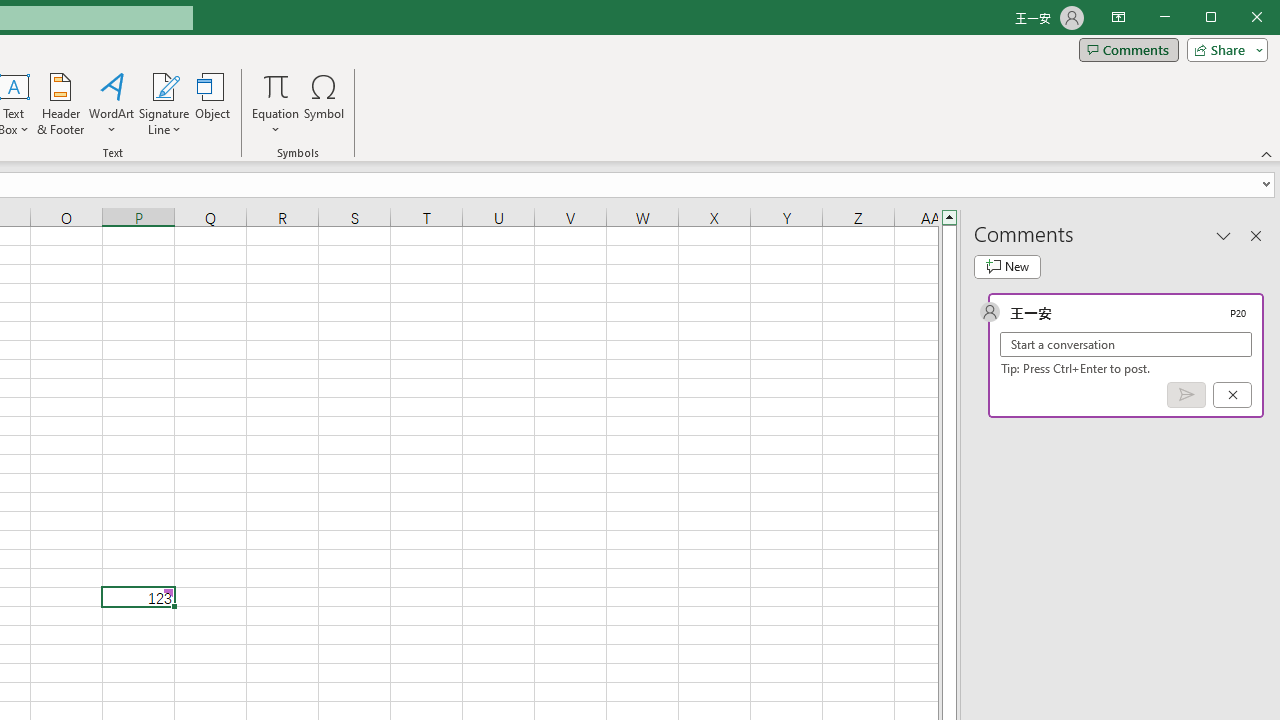 The height and width of the screenshot is (720, 1280). Describe the element at coordinates (274, 104) in the screenshot. I see `'Equation'` at that location.